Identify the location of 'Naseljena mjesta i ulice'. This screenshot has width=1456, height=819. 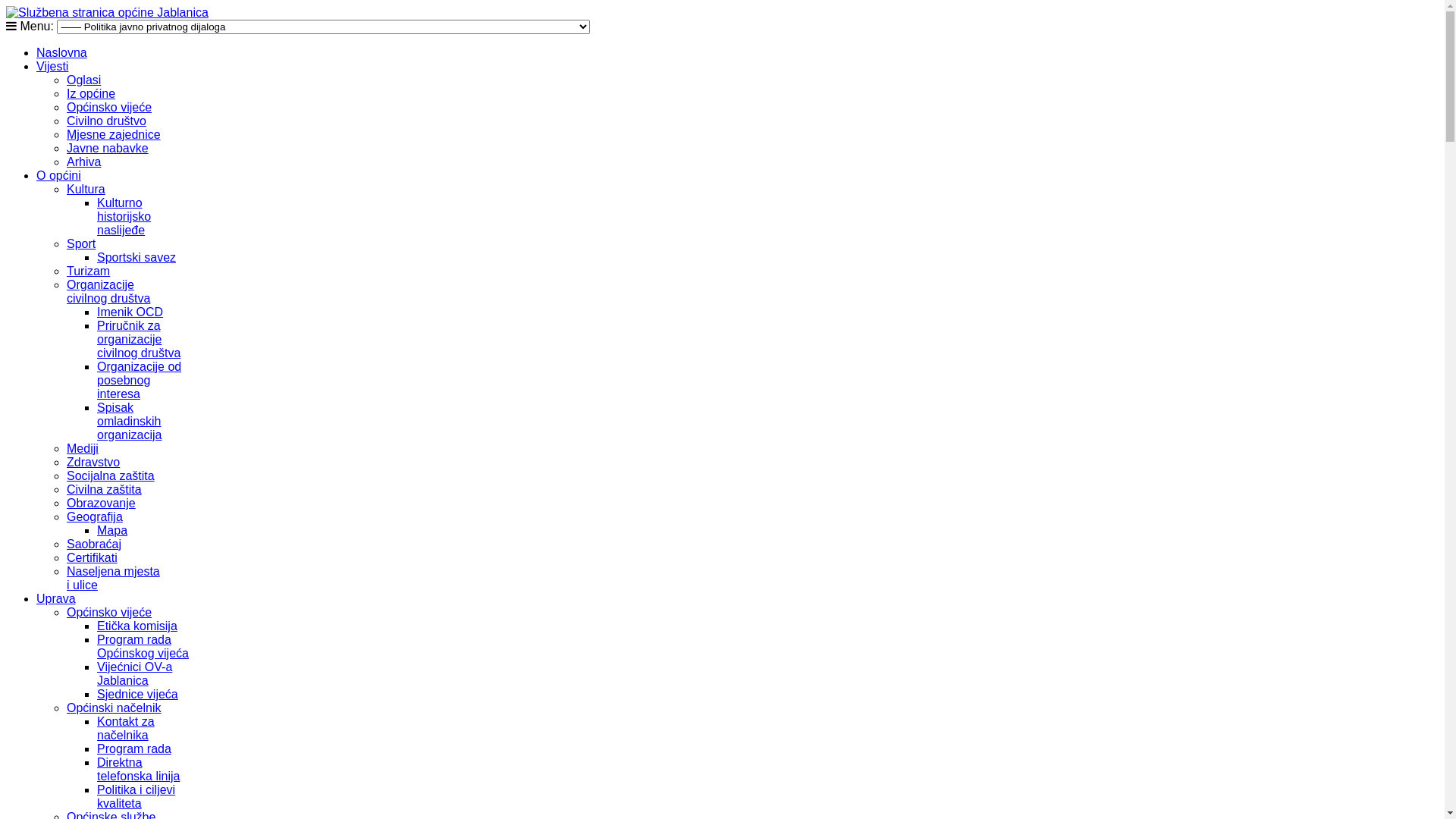
(112, 578).